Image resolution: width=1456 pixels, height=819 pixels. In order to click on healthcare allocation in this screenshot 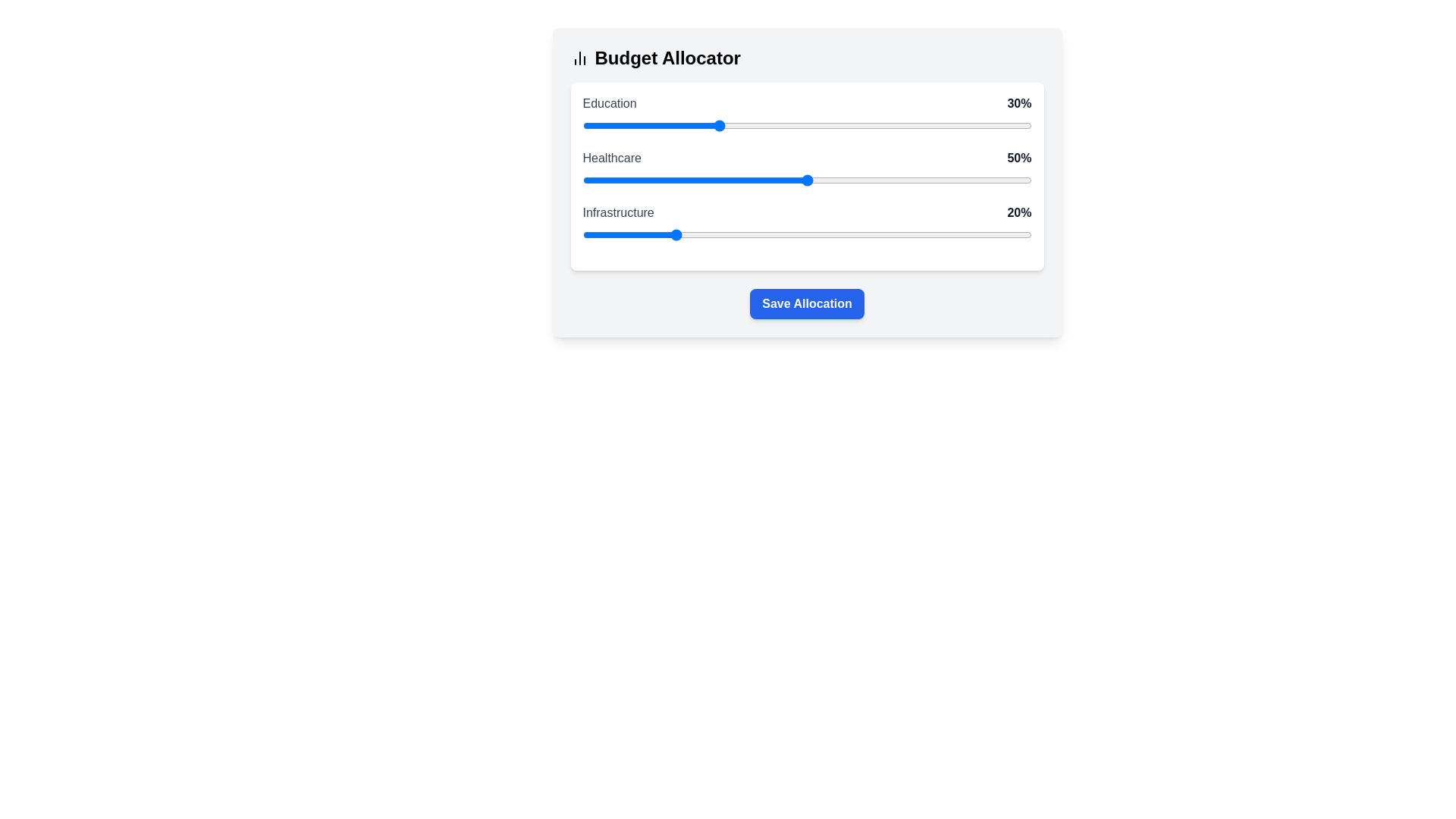, I will do `click(879, 180)`.